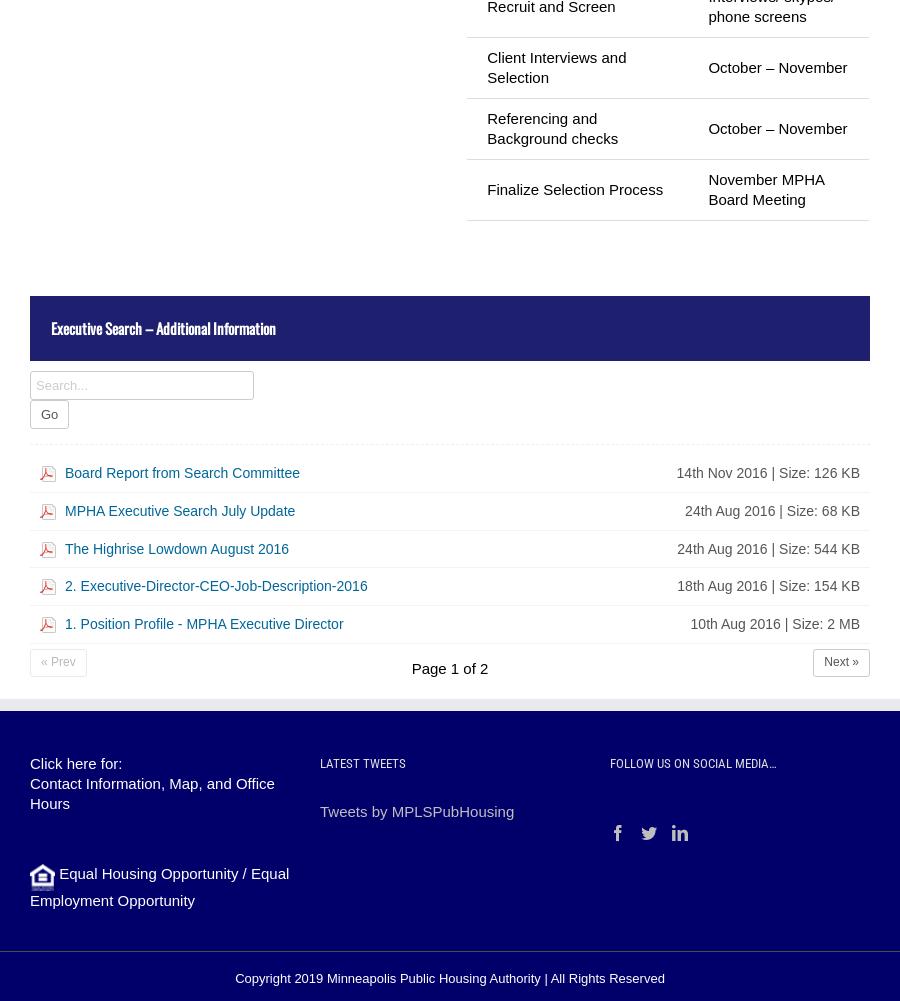  What do you see at coordinates (453, 667) in the screenshot?
I see `'1'` at bounding box center [453, 667].